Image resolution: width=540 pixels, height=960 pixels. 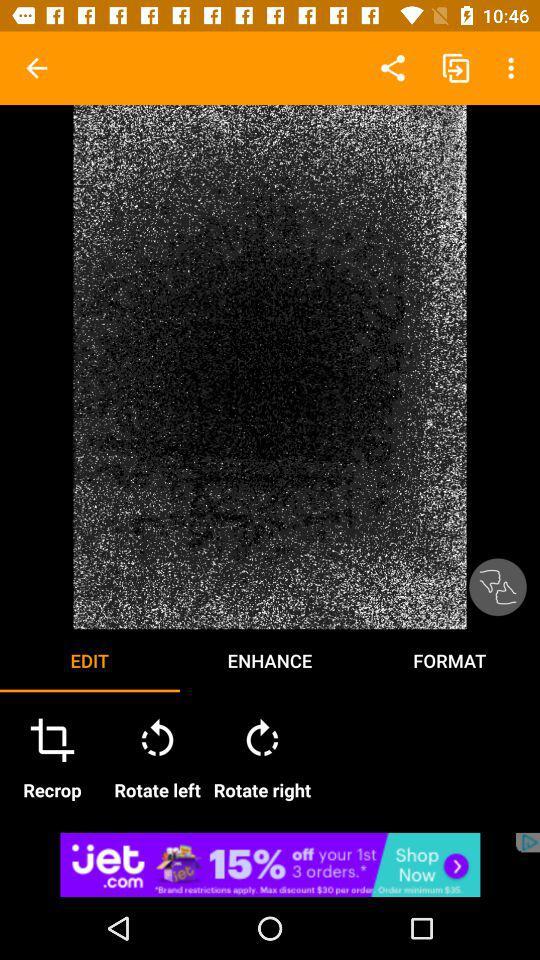 I want to click on open advertisement, so click(x=270, y=863).